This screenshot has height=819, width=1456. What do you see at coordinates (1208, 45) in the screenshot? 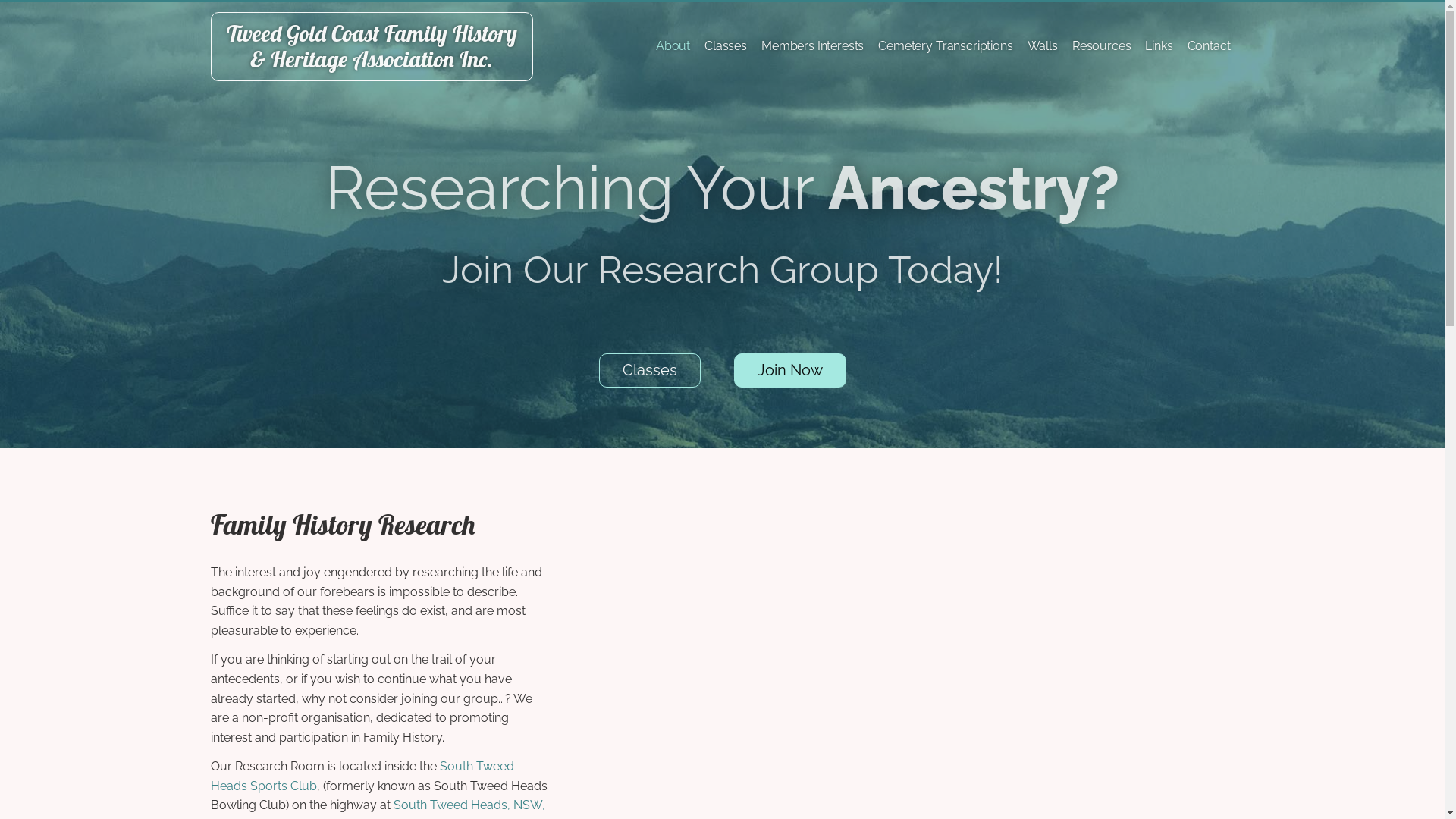
I see `'Contact'` at bounding box center [1208, 45].